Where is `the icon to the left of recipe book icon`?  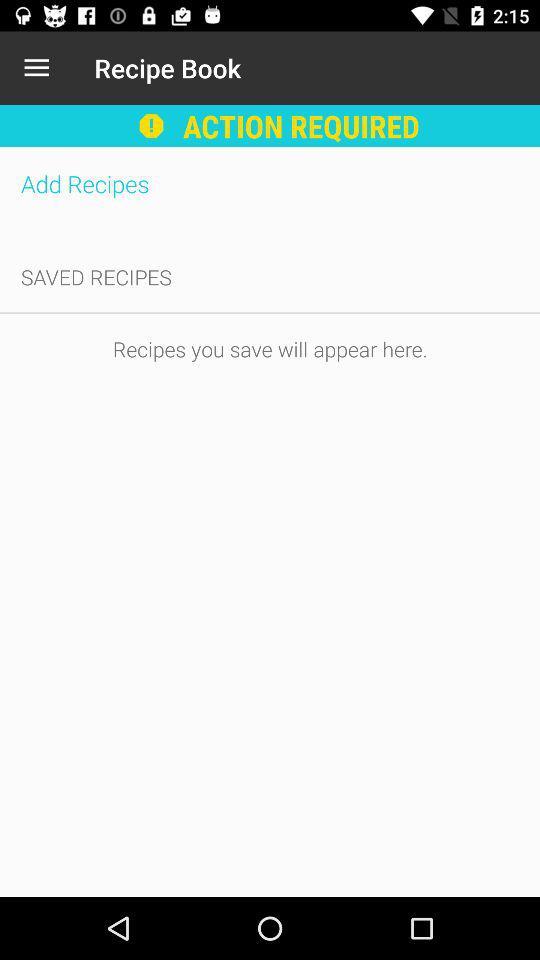
the icon to the left of recipe book icon is located at coordinates (36, 68).